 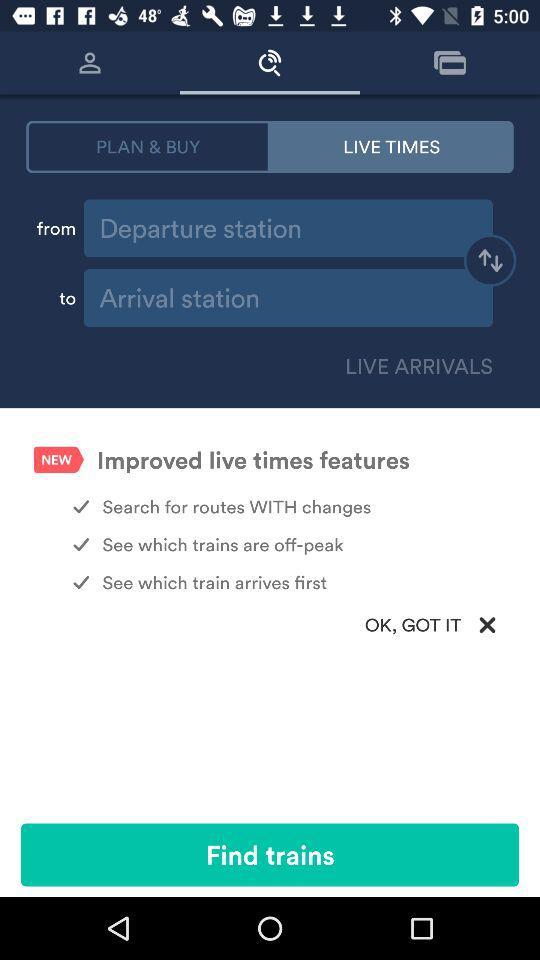 What do you see at coordinates (414, 365) in the screenshot?
I see `live arrivals icon` at bounding box center [414, 365].